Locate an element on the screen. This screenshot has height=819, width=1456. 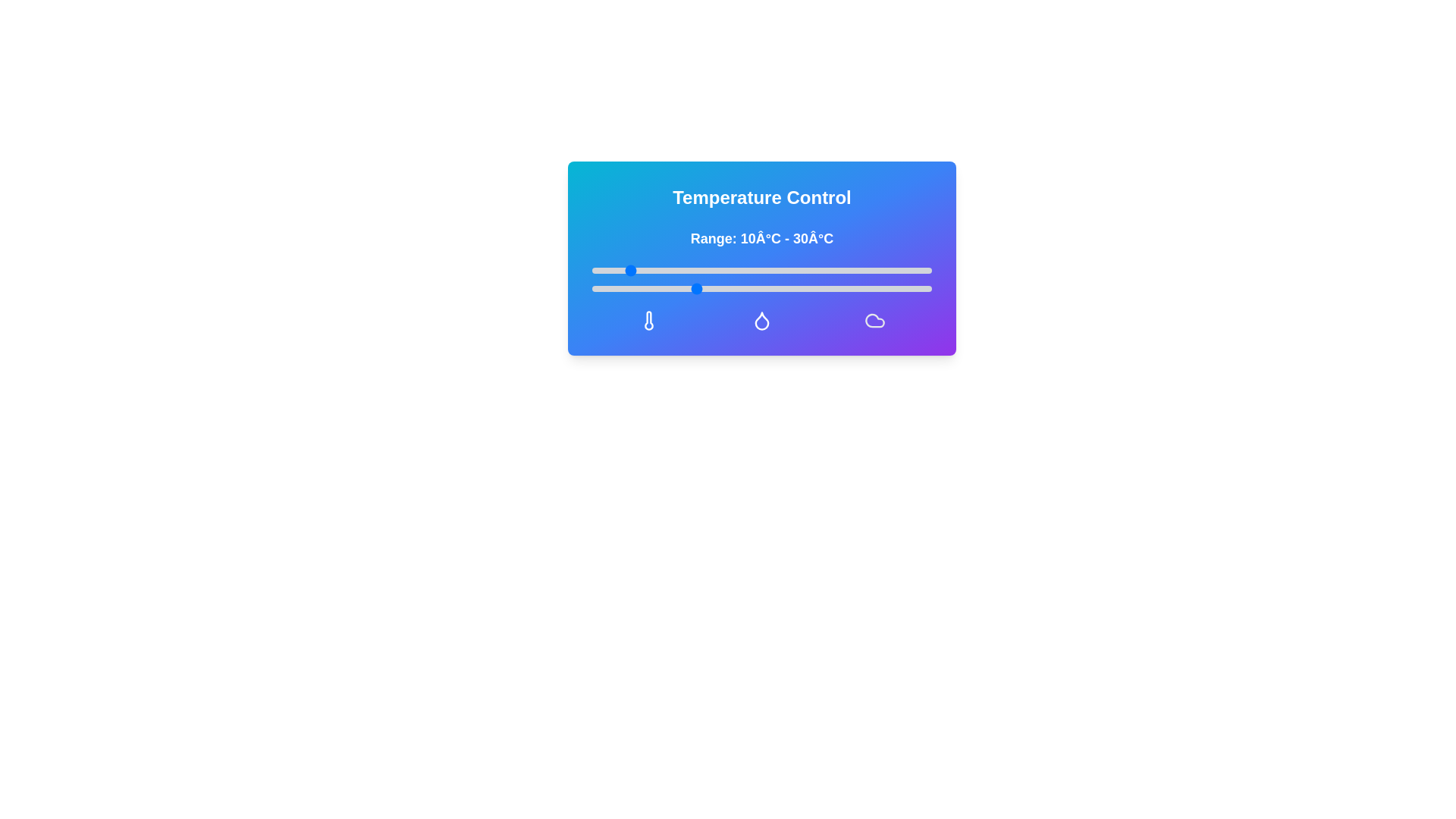
the stylized droplet-shaped icon, which is filled with a gradient blue shade is located at coordinates (761, 320).